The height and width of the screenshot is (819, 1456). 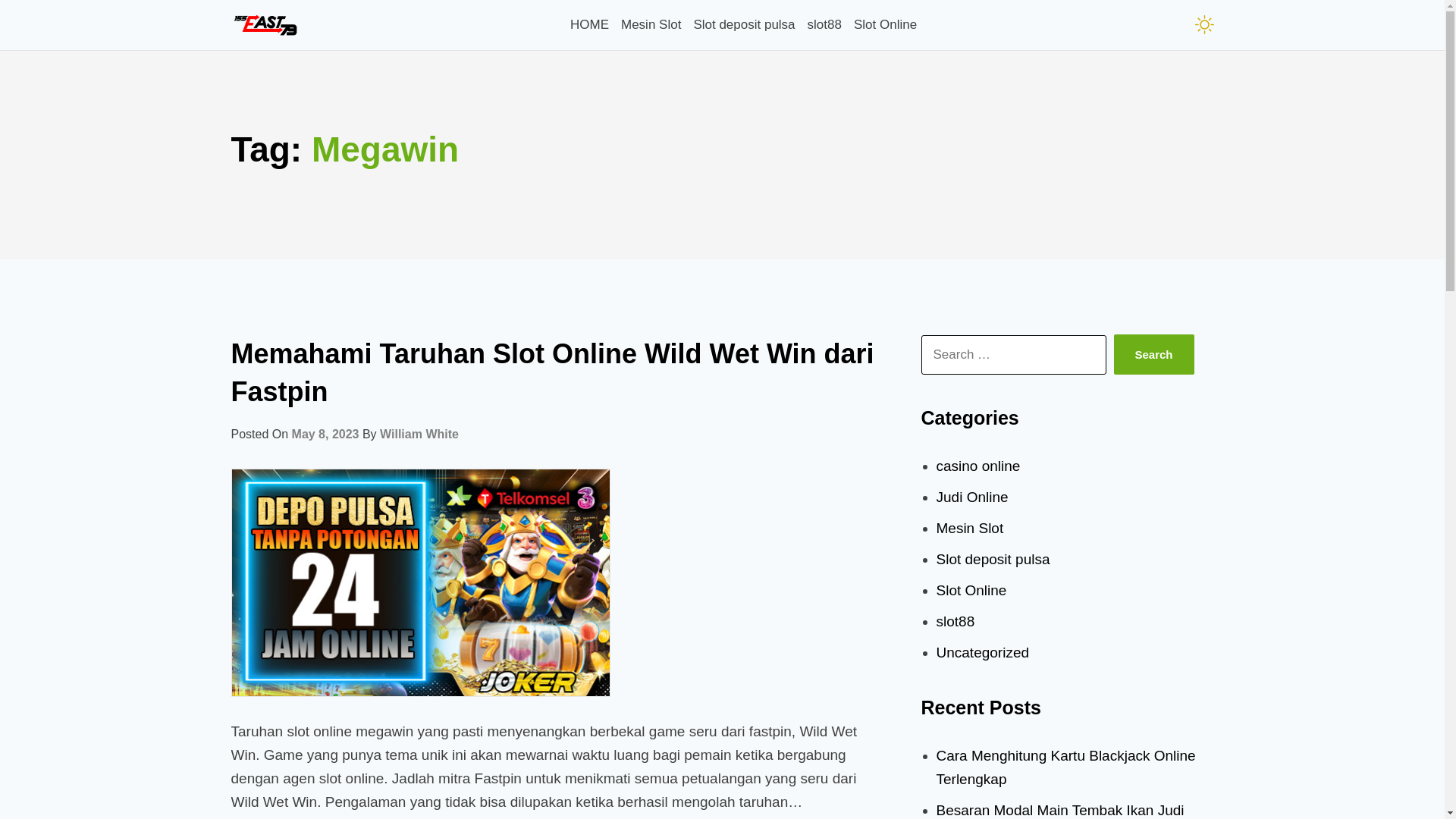 What do you see at coordinates (325, 434) in the screenshot?
I see `'May 8, 2023'` at bounding box center [325, 434].